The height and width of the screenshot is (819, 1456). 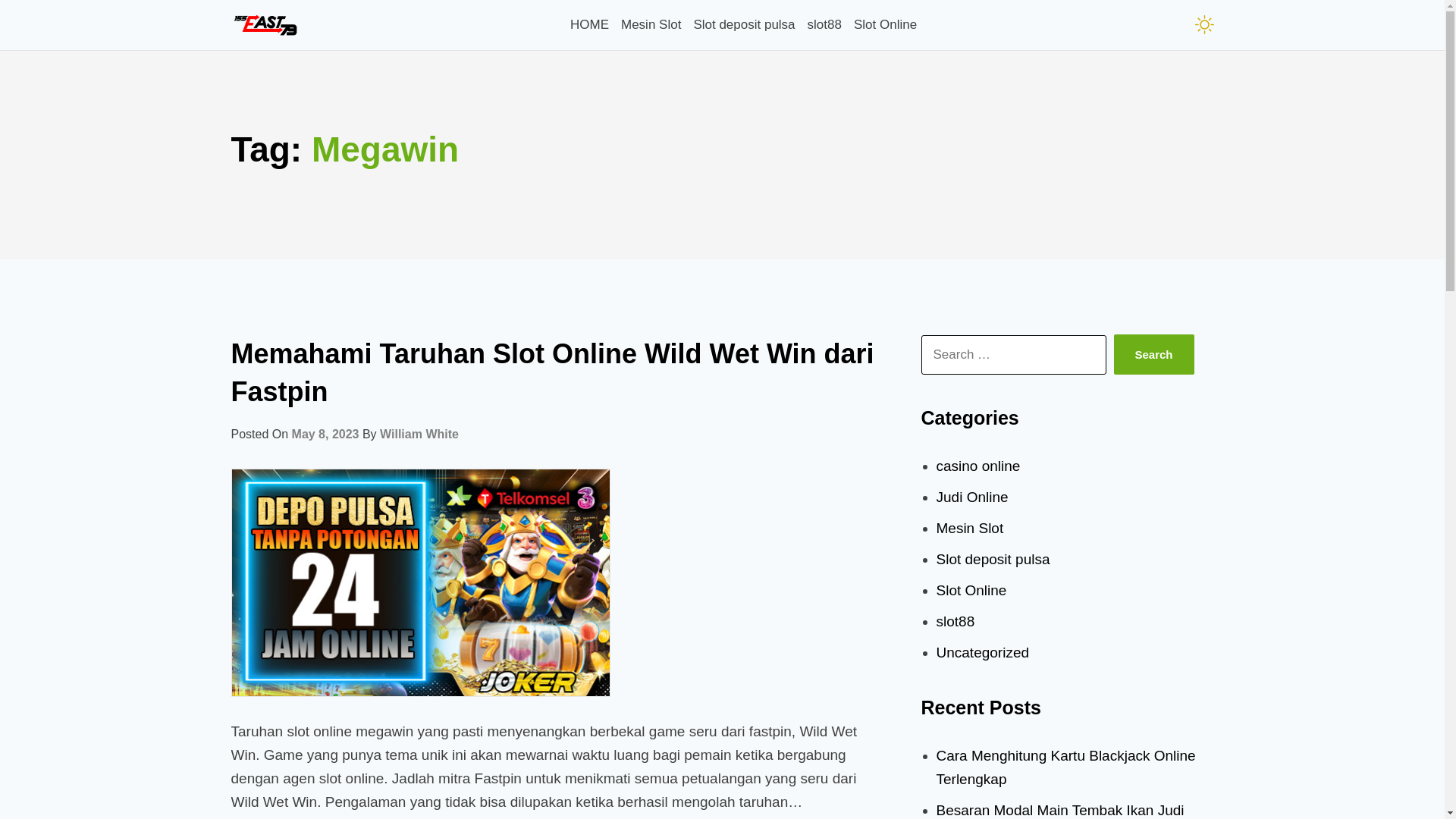 What do you see at coordinates (325, 434) in the screenshot?
I see `'May 8, 2023'` at bounding box center [325, 434].